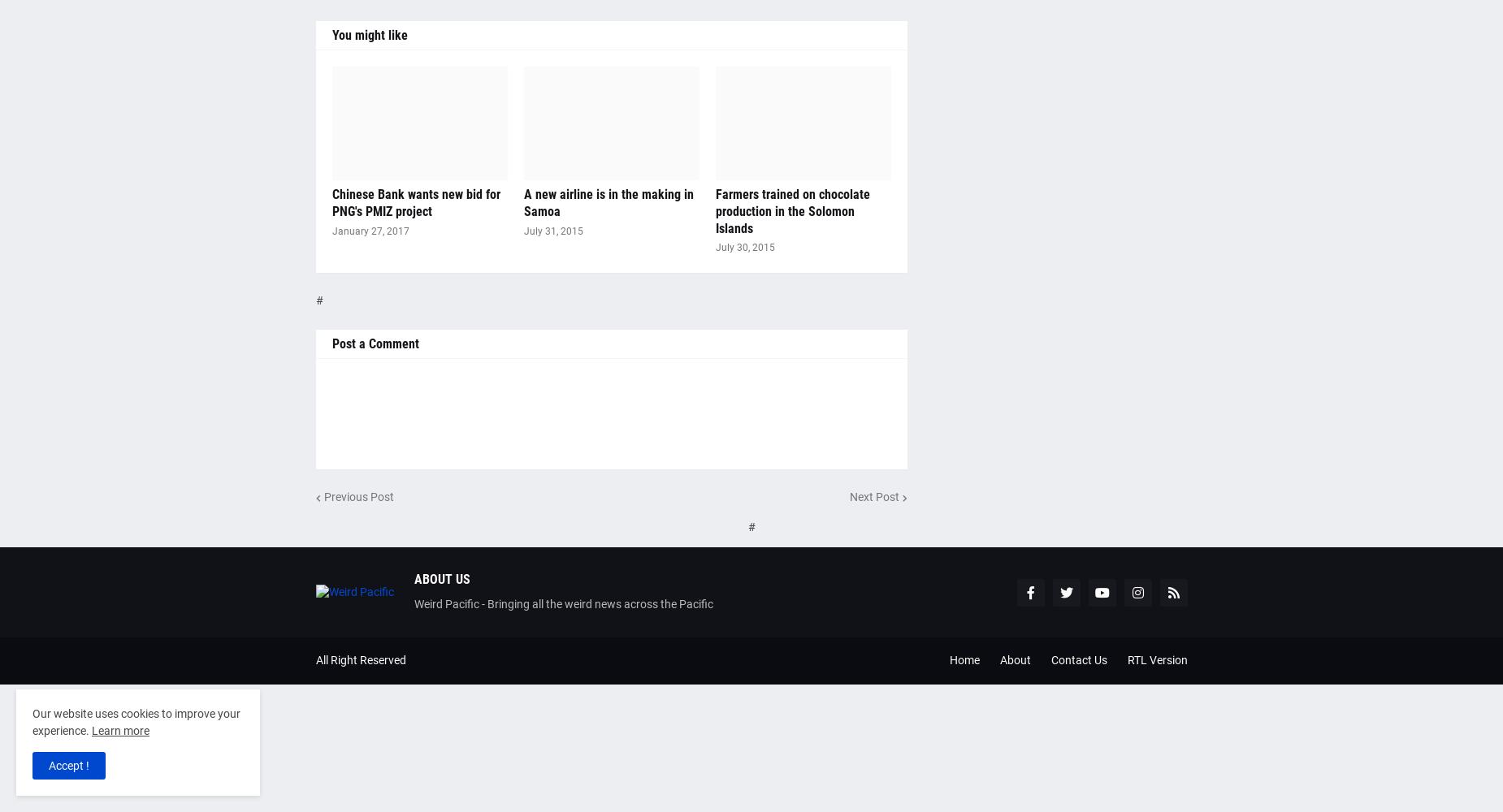 The height and width of the screenshot is (812, 1503). I want to click on 'About Us', so click(413, 578).